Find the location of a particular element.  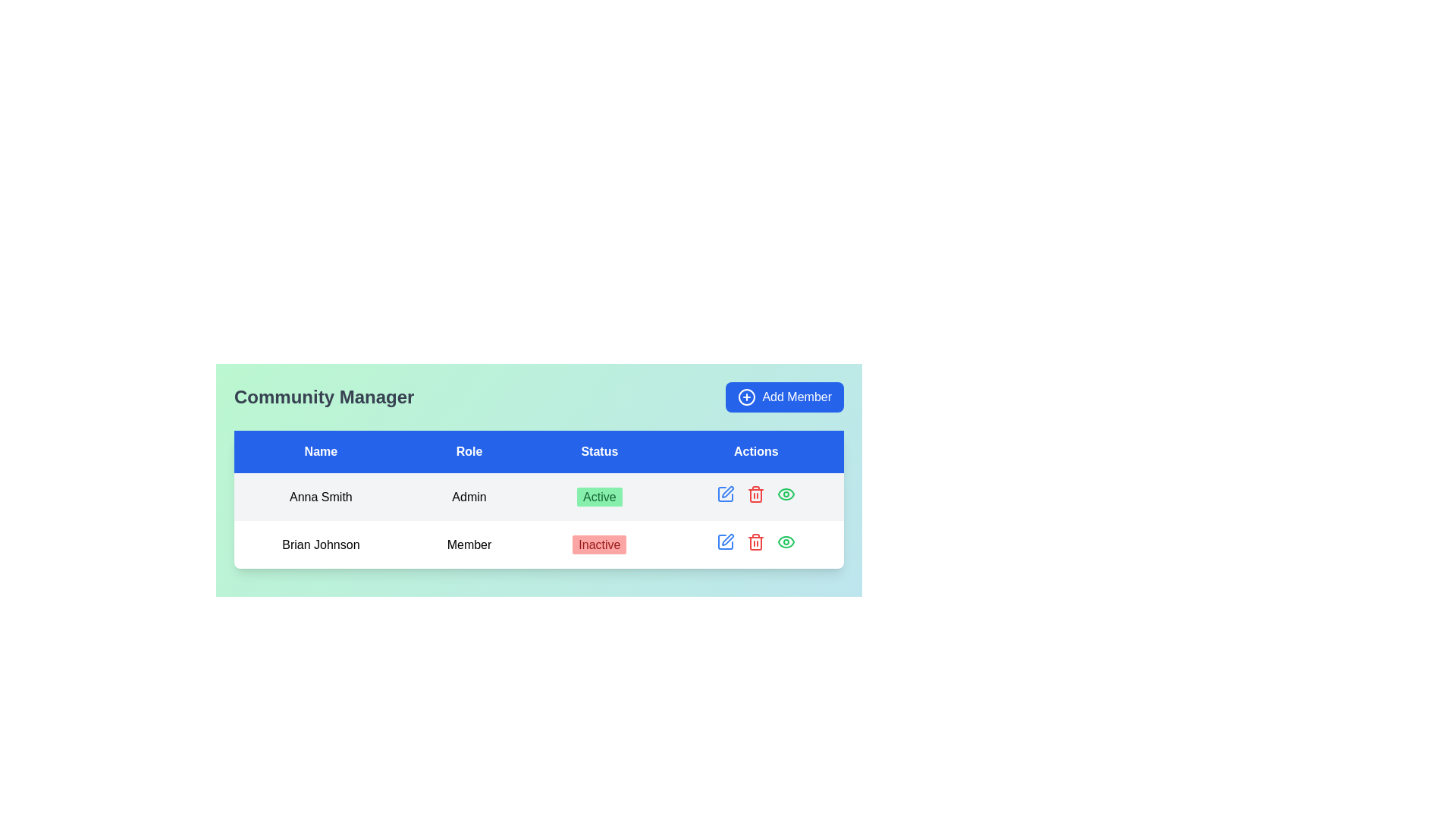

the non-interactive text label that serves as the fourth column header in the table, located to the right of the 'Name', 'Role', and 'Status' headers is located at coordinates (756, 451).